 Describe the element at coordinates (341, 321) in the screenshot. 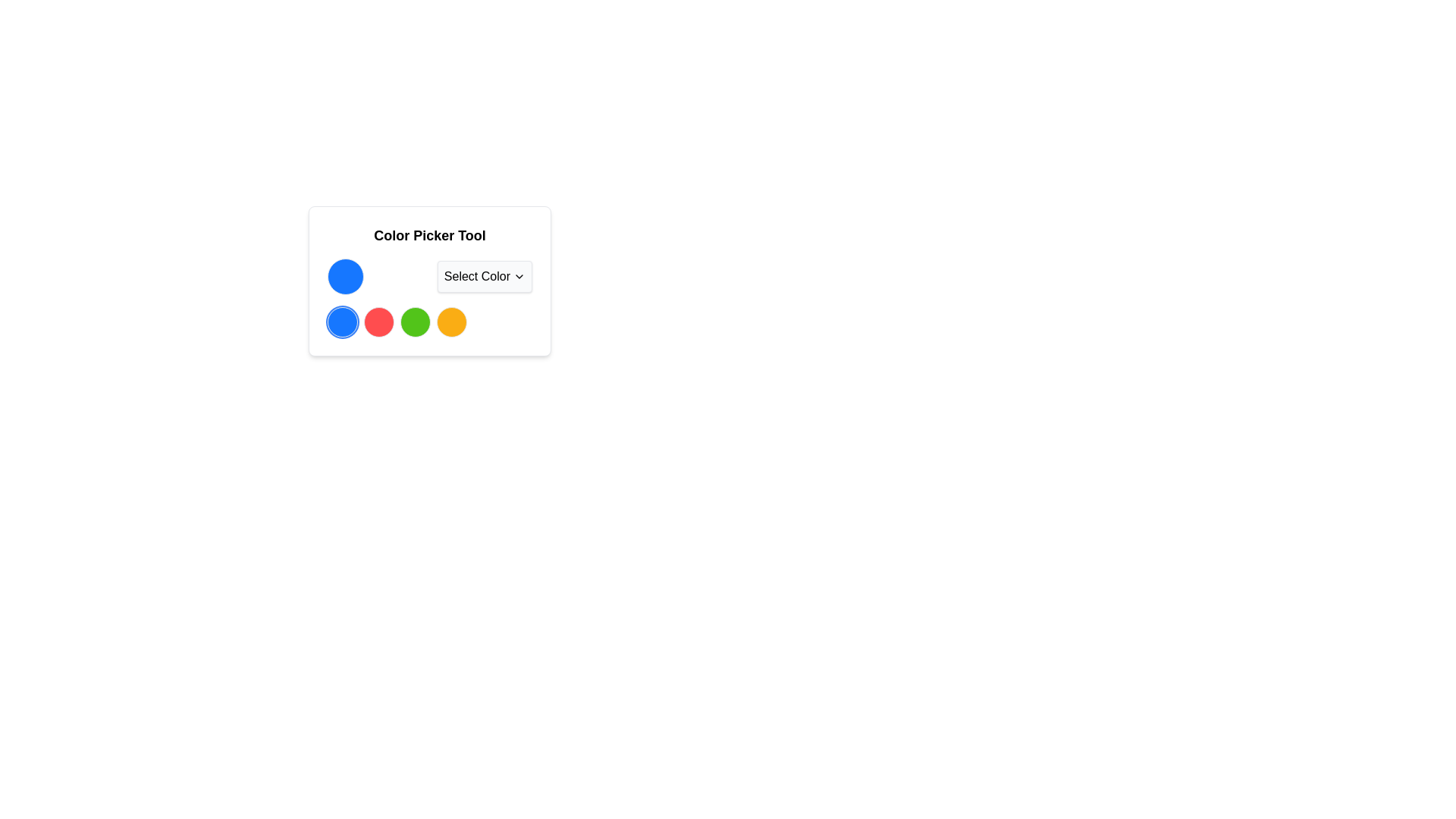

I see `the first circular Selectable Color Option with a blue fill and white ring` at that location.